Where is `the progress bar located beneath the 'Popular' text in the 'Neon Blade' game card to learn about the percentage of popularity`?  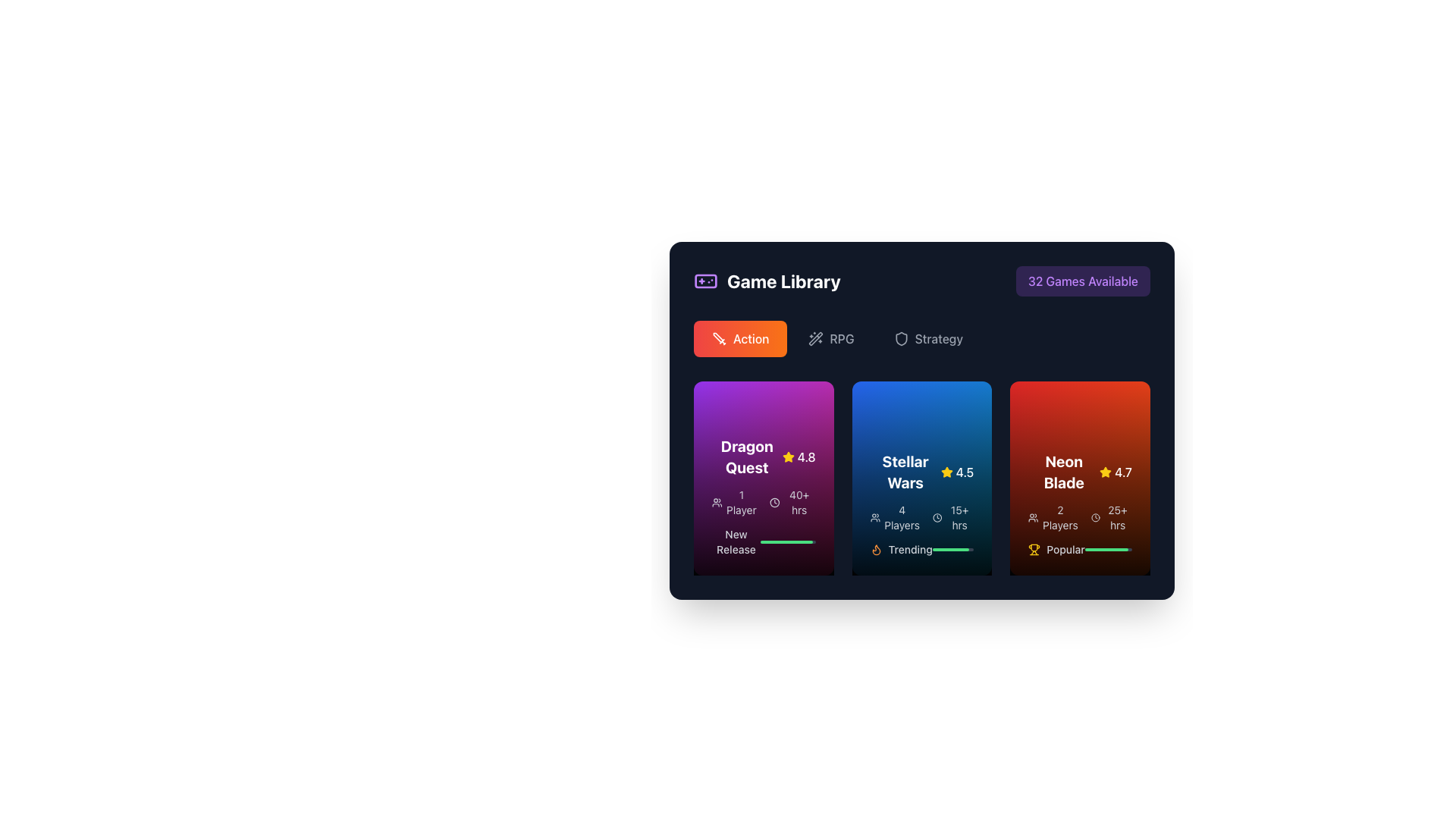
the progress bar located beneath the 'Popular' text in the 'Neon Blade' game card to learn about the percentage of popularity is located at coordinates (1108, 550).